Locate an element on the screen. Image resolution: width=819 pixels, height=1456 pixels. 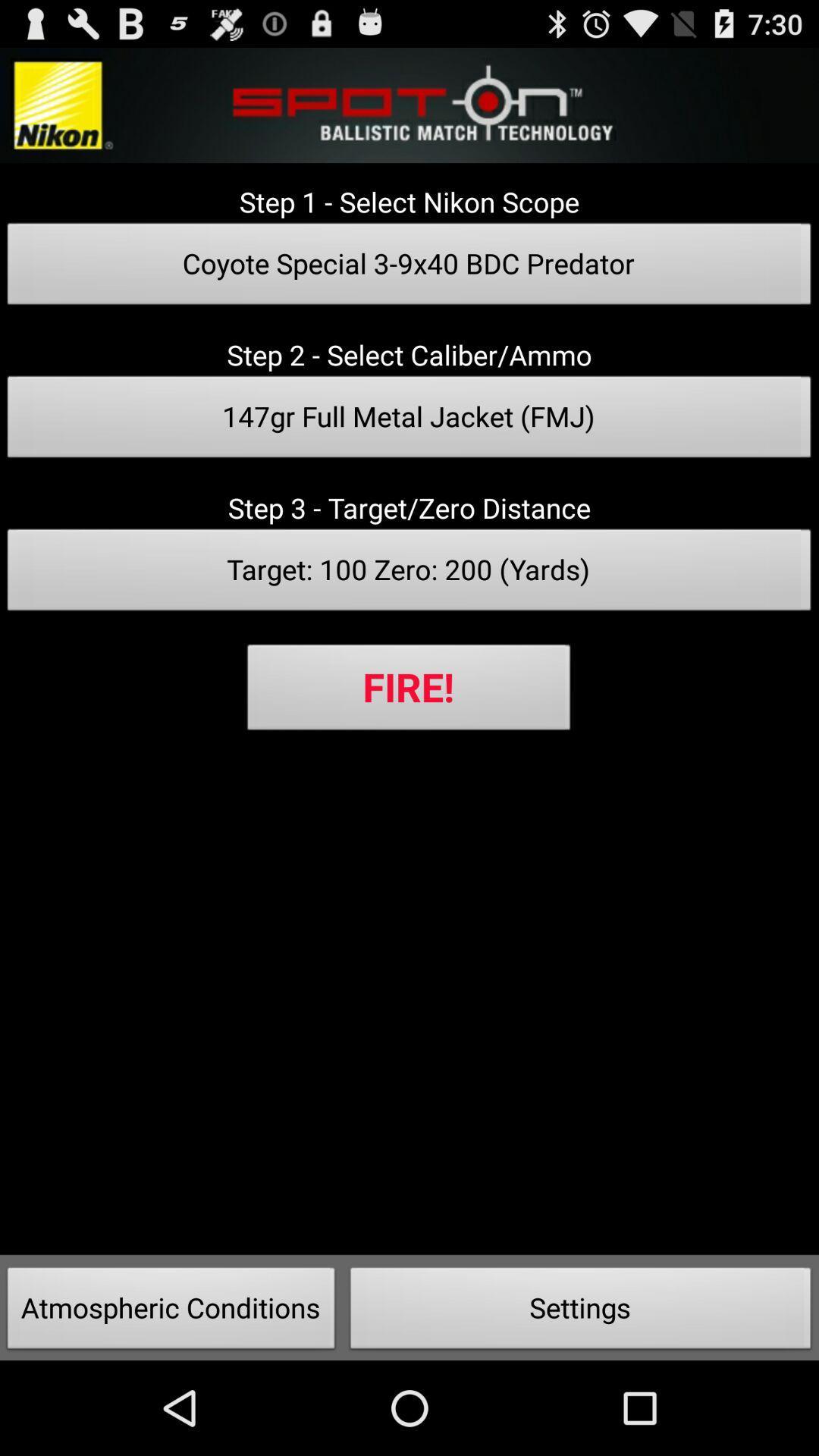
the item to the right of atmospheric conditions item is located at coordinates (580, 1312).